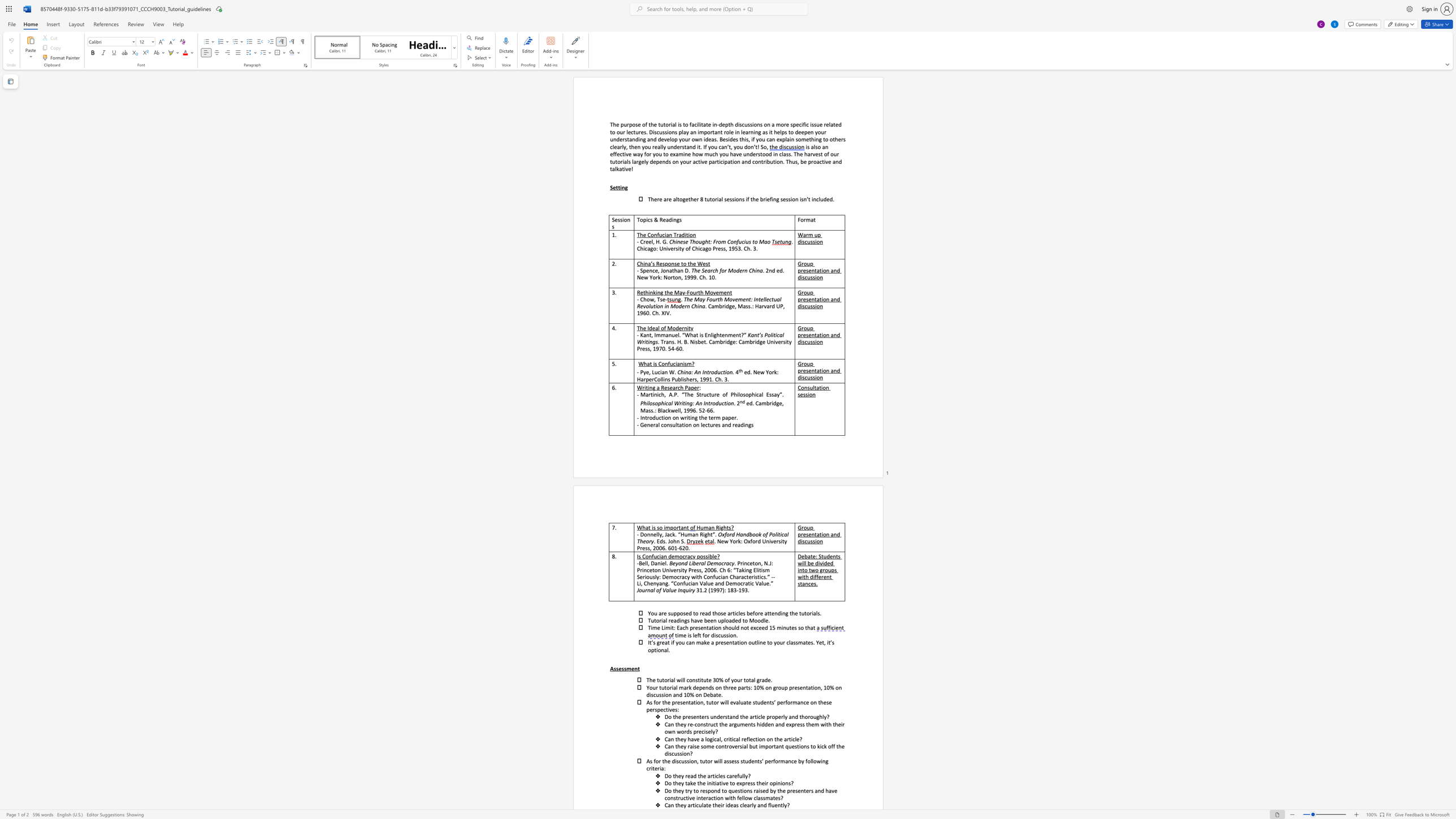 Image resolution: width=1456 pixels, height=819 pixels. What do you see at coordinates (621, 668) in the screenshot?
I see `the subset text "ssment" within the text "Assessment"` at bounding box center [621, 668].